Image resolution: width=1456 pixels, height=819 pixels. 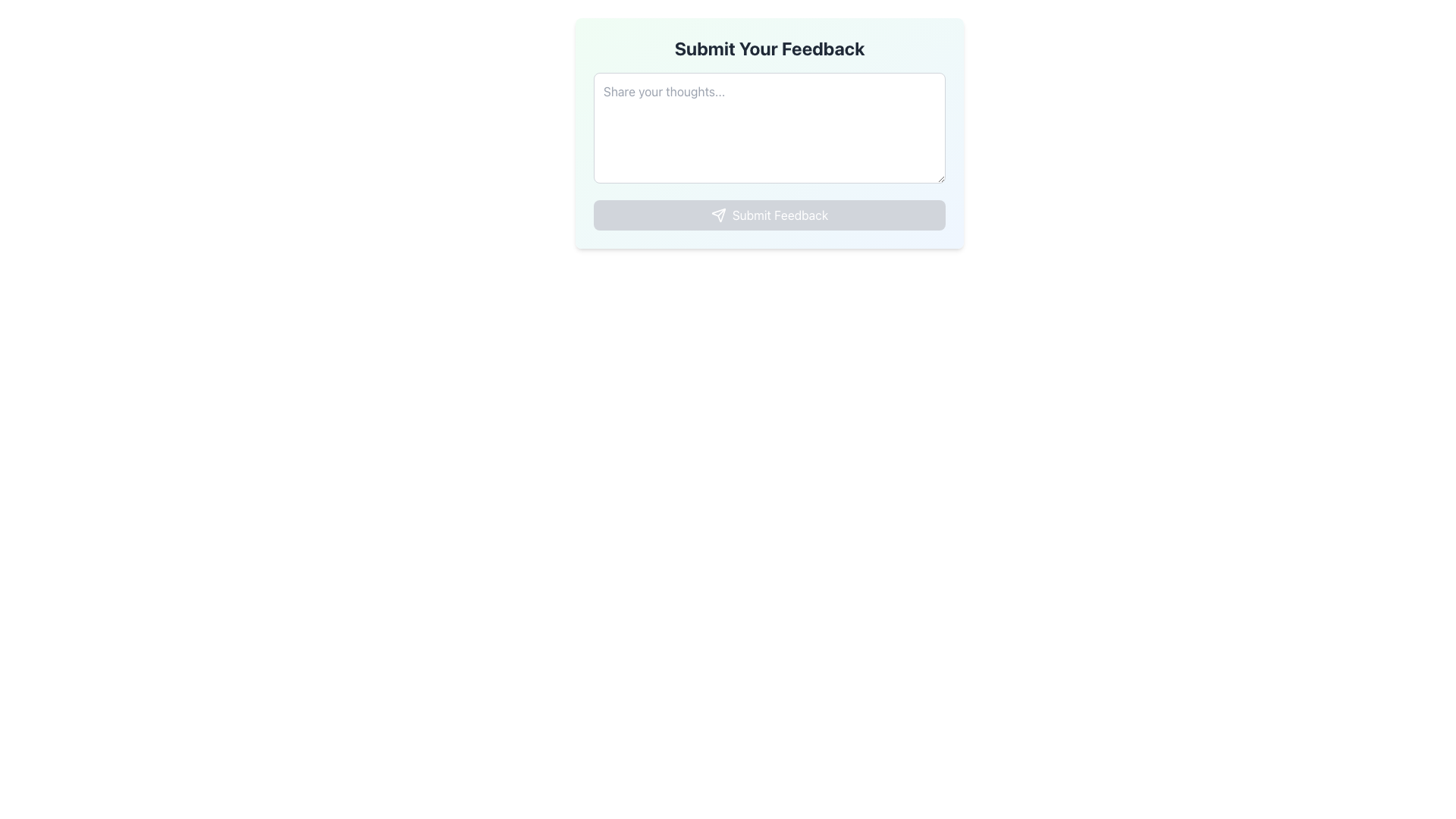 What do you see at coordinates (769, 215) in the screenshot?
I see `the submission button located below the 'Share your thoughts...' text input field` at bounding box center [769, 215].